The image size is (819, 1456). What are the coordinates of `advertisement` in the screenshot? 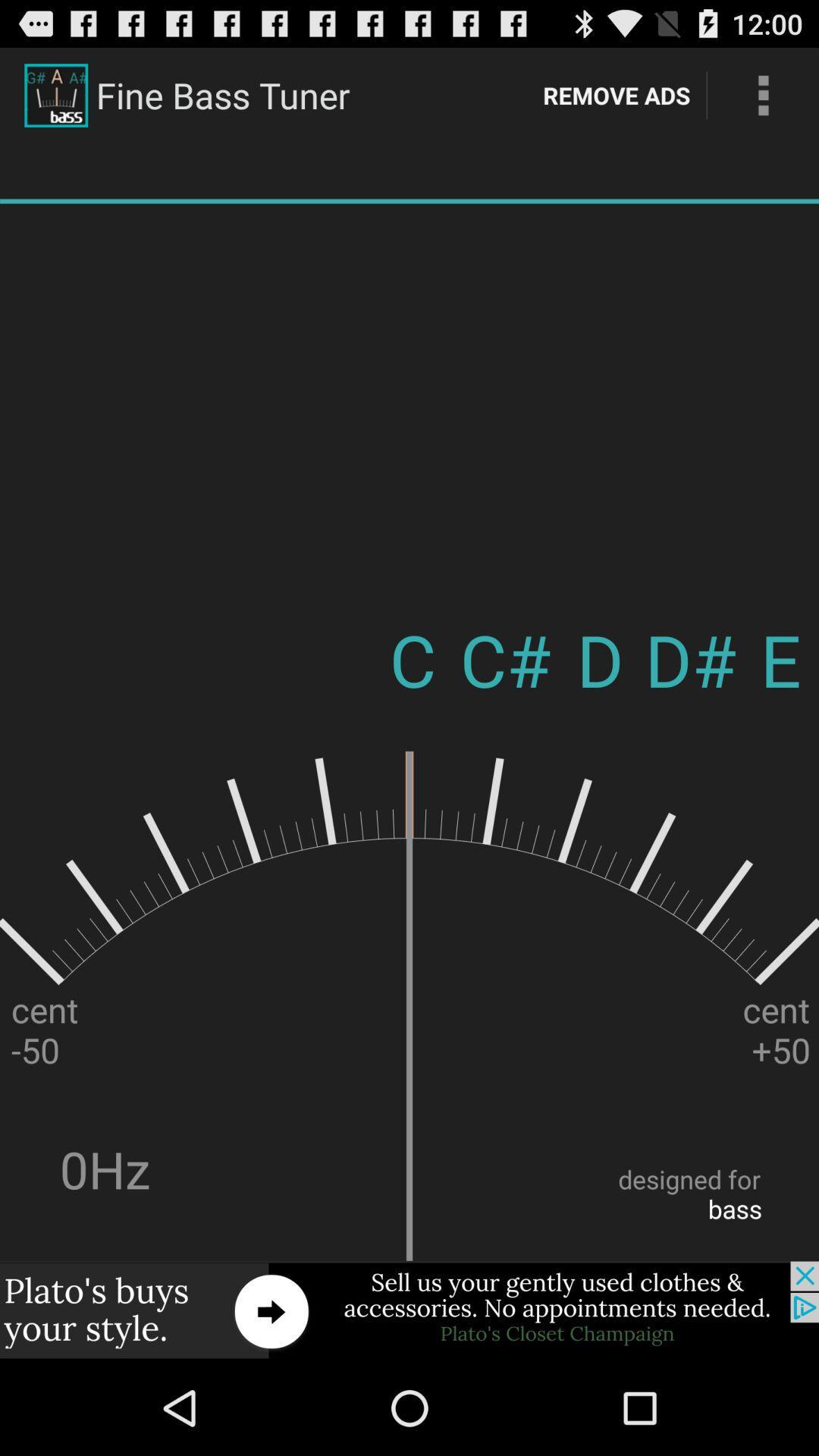 It's located at (409, 1310).